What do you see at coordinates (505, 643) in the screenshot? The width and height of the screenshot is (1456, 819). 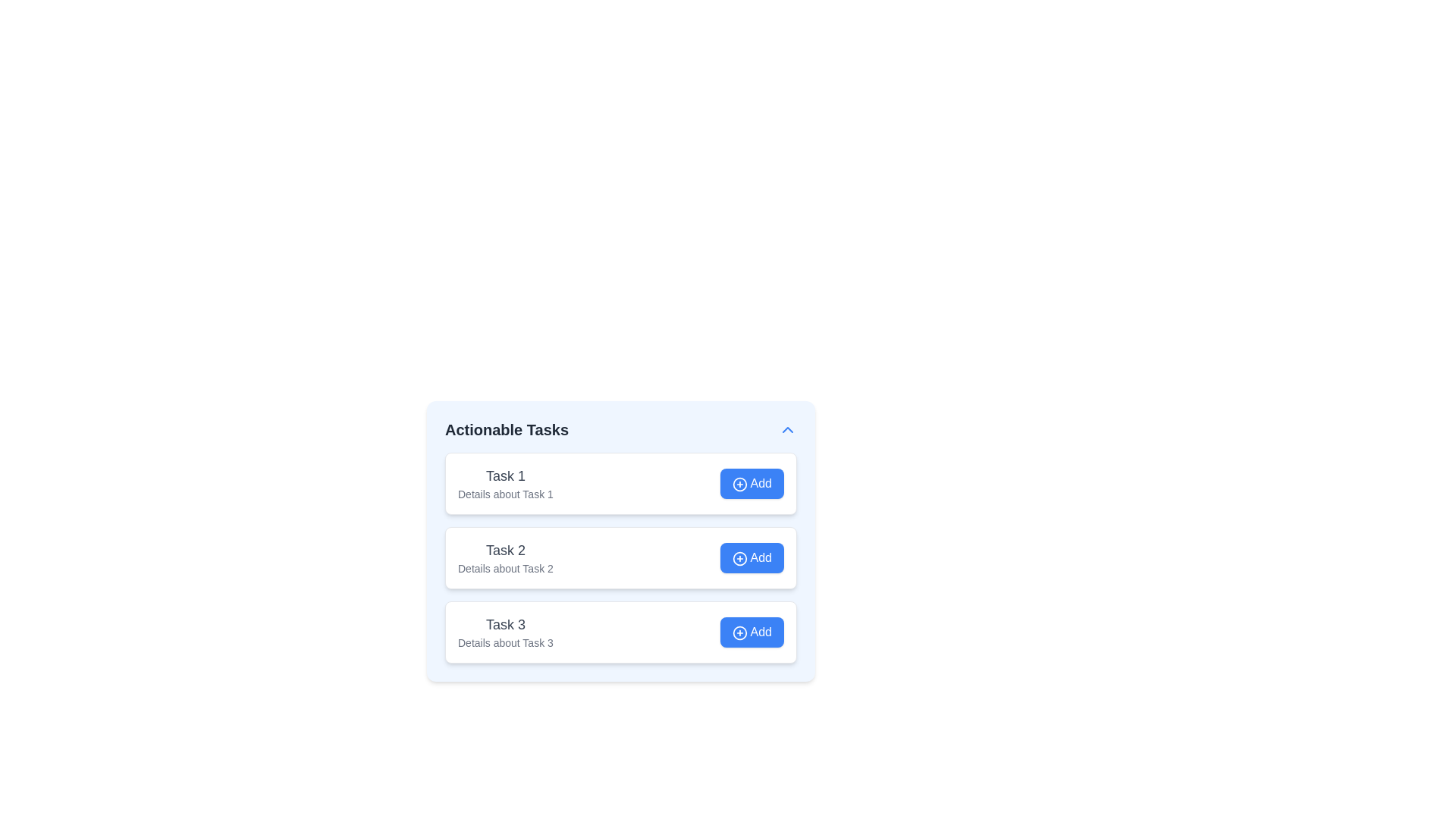 I see `the text label that displays 'Details about Task 3' located within the 'Actionable Tasks' panel, positioned below the title 'Task 3'` at bounding box center [505, 643].